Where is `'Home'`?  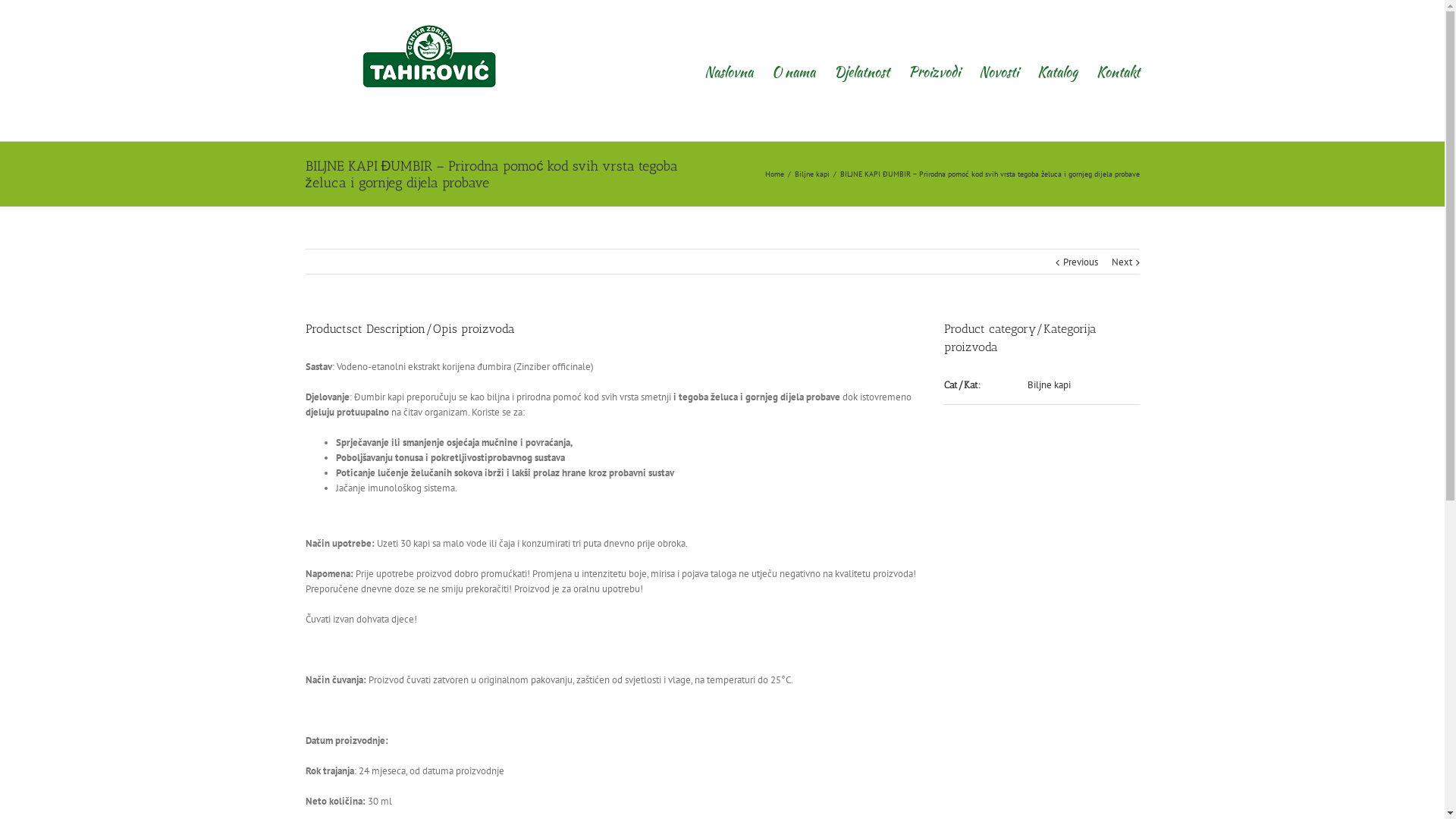
'Home' is located at coordinates (775, 173).